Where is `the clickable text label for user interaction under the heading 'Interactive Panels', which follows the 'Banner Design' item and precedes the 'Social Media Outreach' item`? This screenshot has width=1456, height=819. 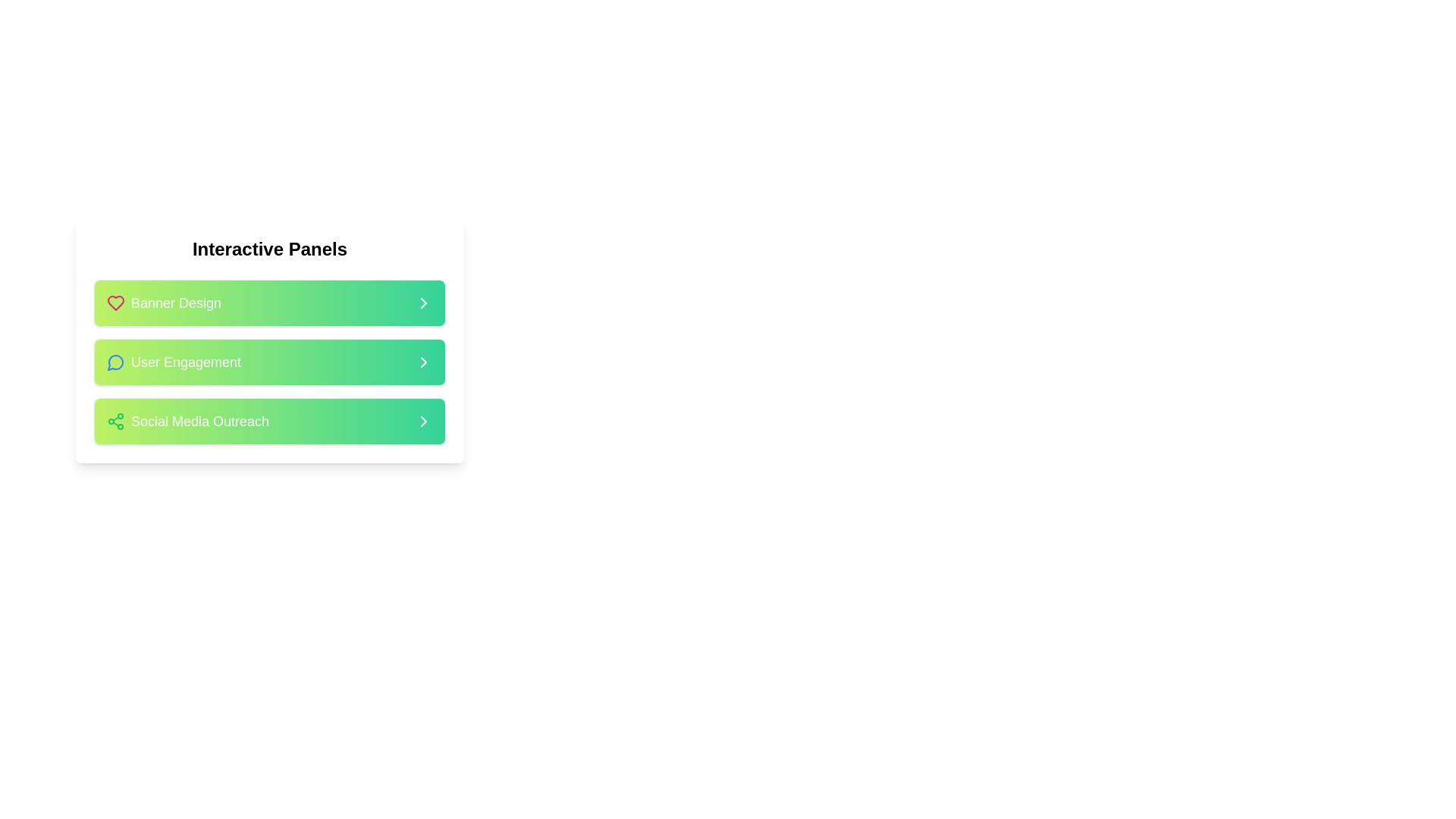 the clickable text label for user interaction under the heading 'Interactive Panels', which follows the 'Banner Design' item and precedes the 'Social Media Outreach' item is located at coordinates (185, 362).